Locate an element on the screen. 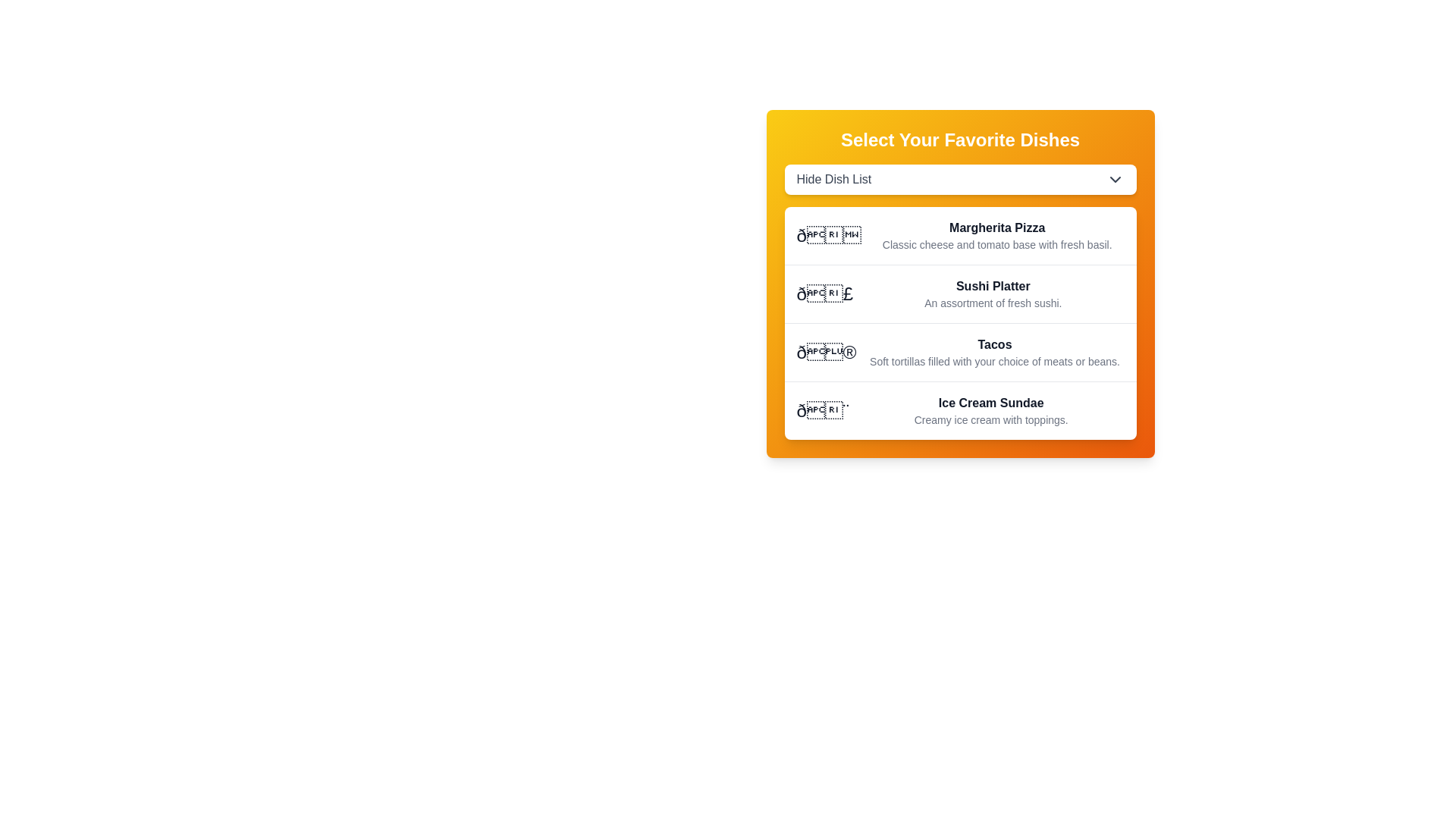 This screenshot has height=819, width=1456. the text component displaying the bolded title 'Sushi Platter' and the subtitle 'An assortment of fresh sushi', which is centrally located in the second item of the dish selection menu is located at coordinates (993, 294).